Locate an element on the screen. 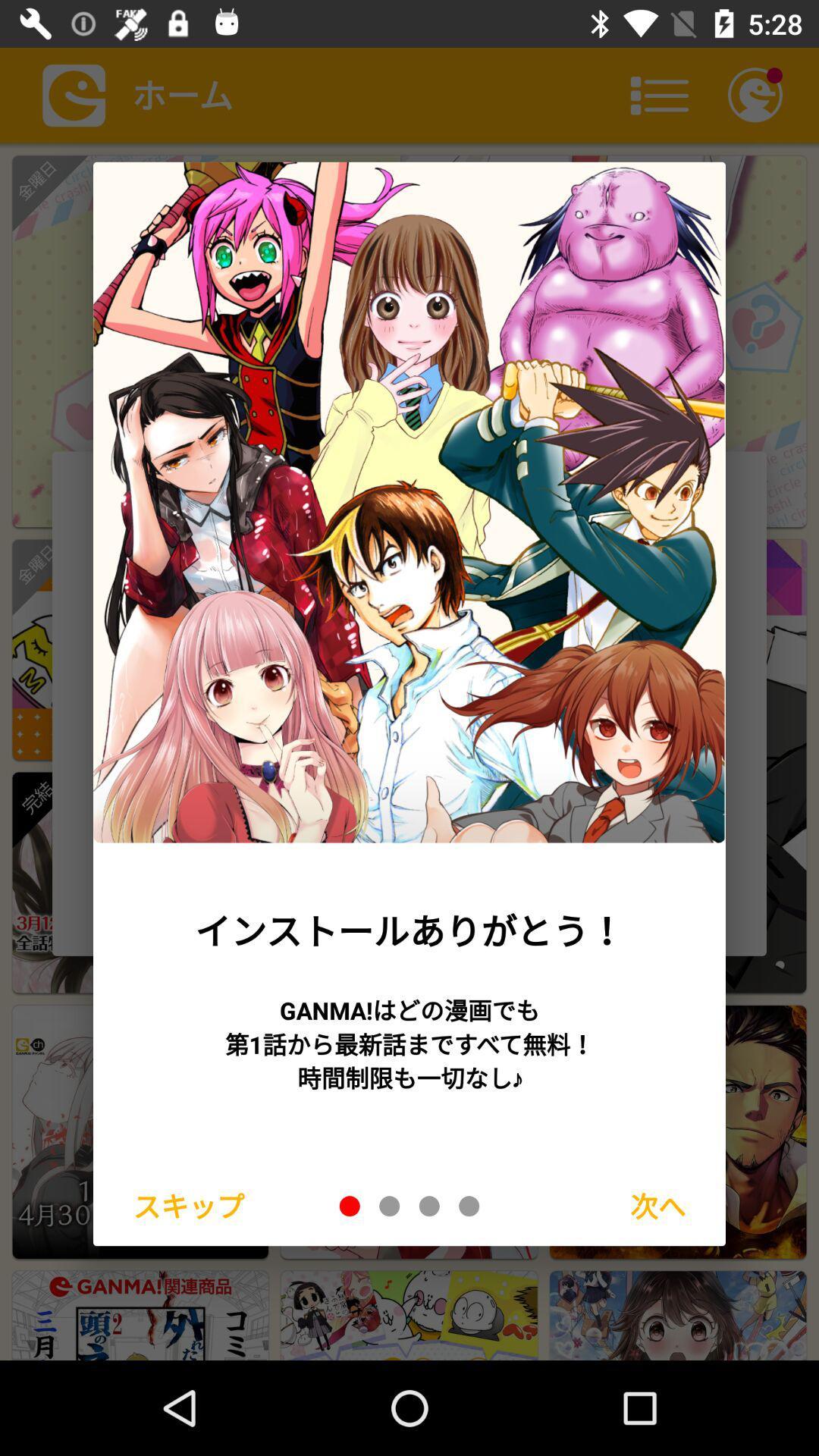 The height and width of the screenshot is (1456, 819). display picture on this link is located at coordinates (429, 1205).